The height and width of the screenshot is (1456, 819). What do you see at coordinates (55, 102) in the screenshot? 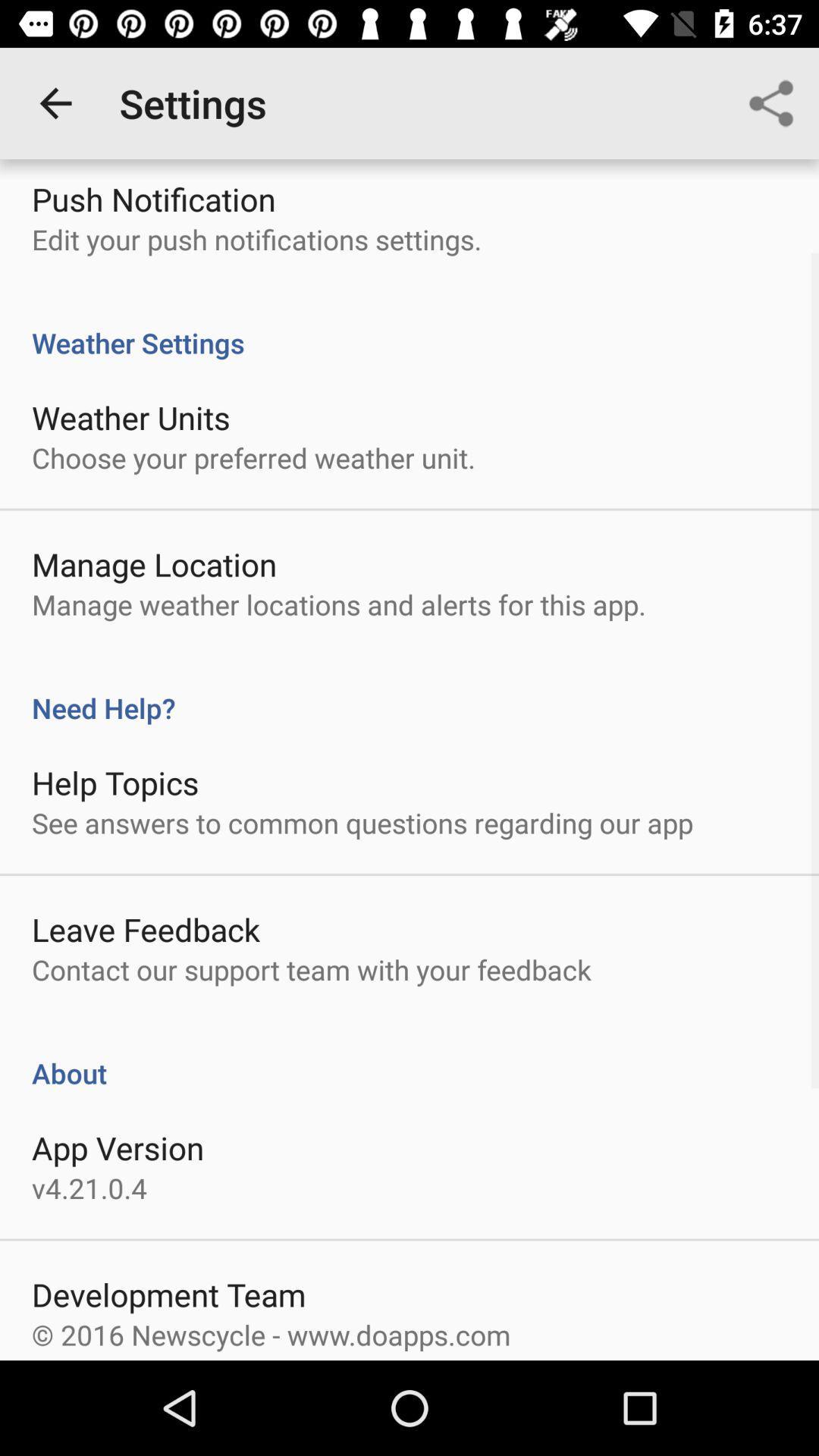
I see `item above the push notification item` at bounding box center [55, 102].